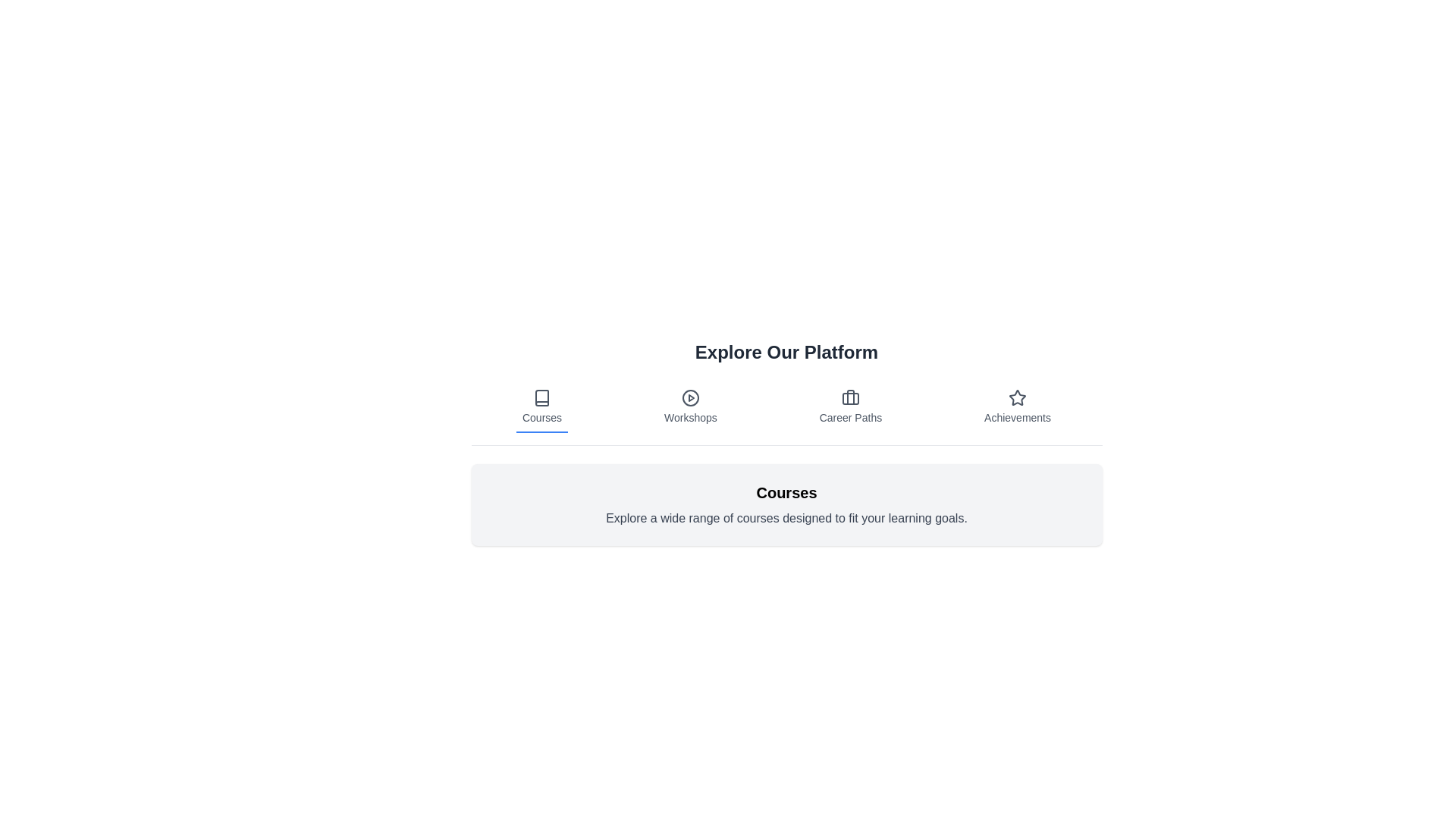  Describe the element at coordinates (1018, 406) in the screenshot. I see `the tab corresponding to Achievements` at that location.